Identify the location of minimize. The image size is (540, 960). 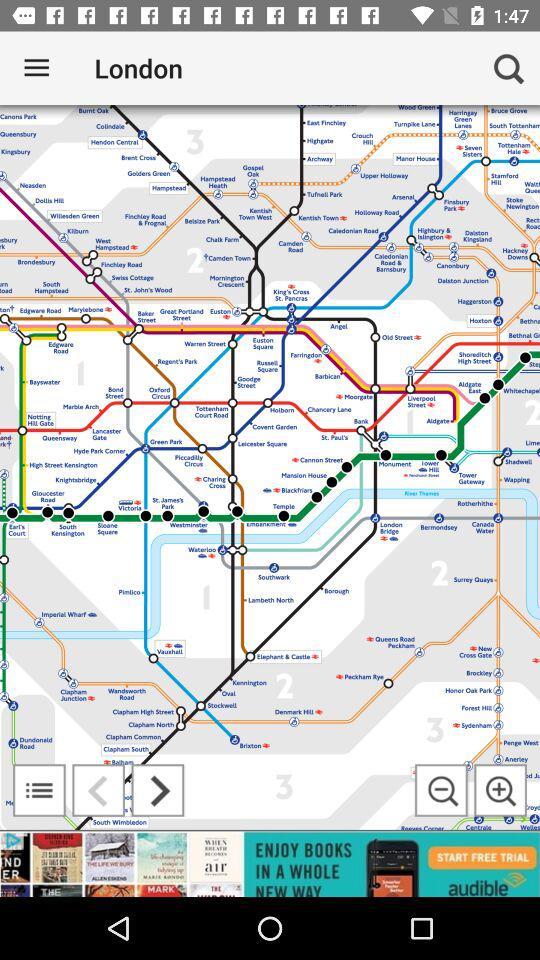
(441, 790).